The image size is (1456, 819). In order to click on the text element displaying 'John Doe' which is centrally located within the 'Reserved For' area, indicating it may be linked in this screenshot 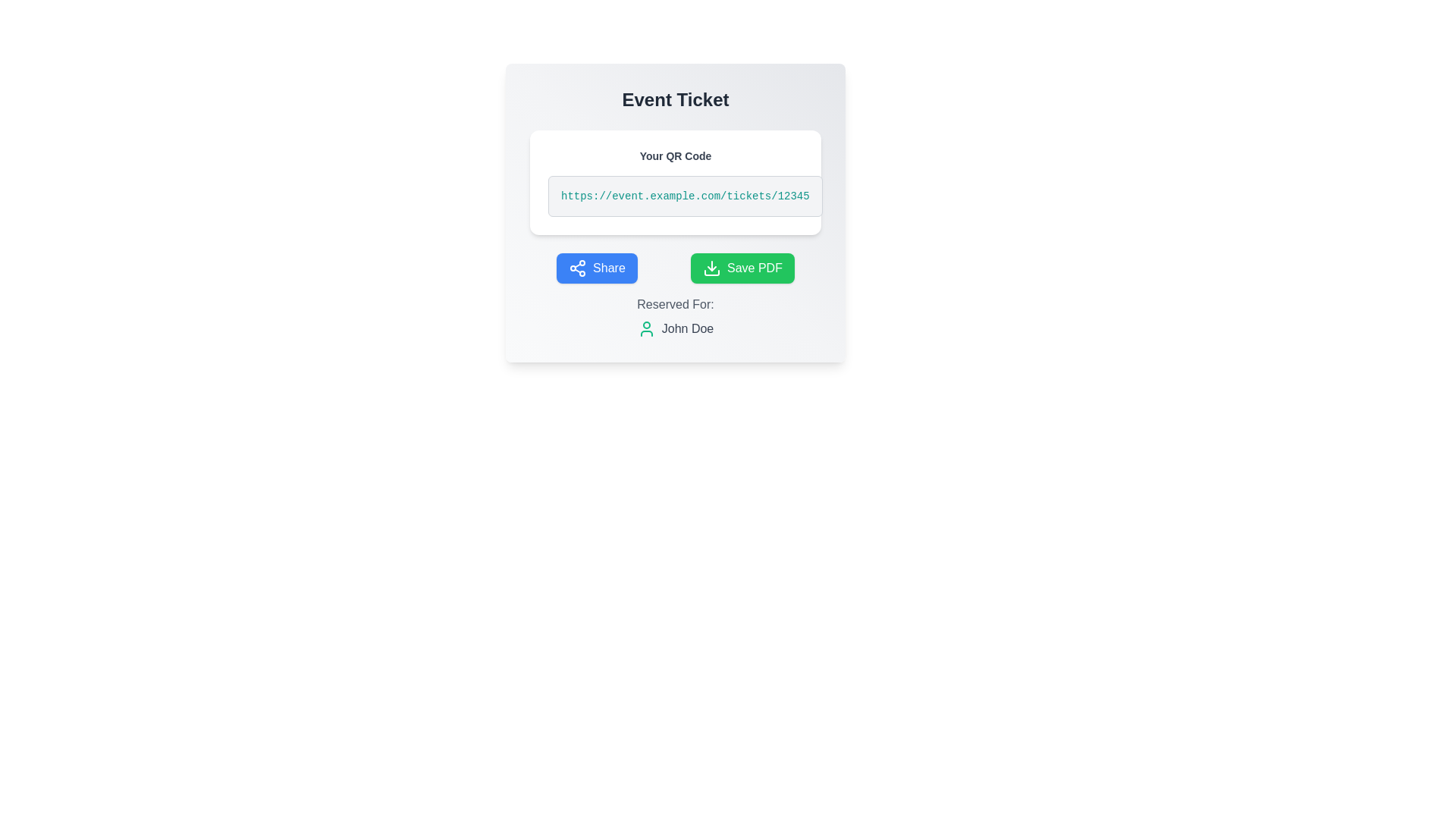, I will do `click(687, 328)`.